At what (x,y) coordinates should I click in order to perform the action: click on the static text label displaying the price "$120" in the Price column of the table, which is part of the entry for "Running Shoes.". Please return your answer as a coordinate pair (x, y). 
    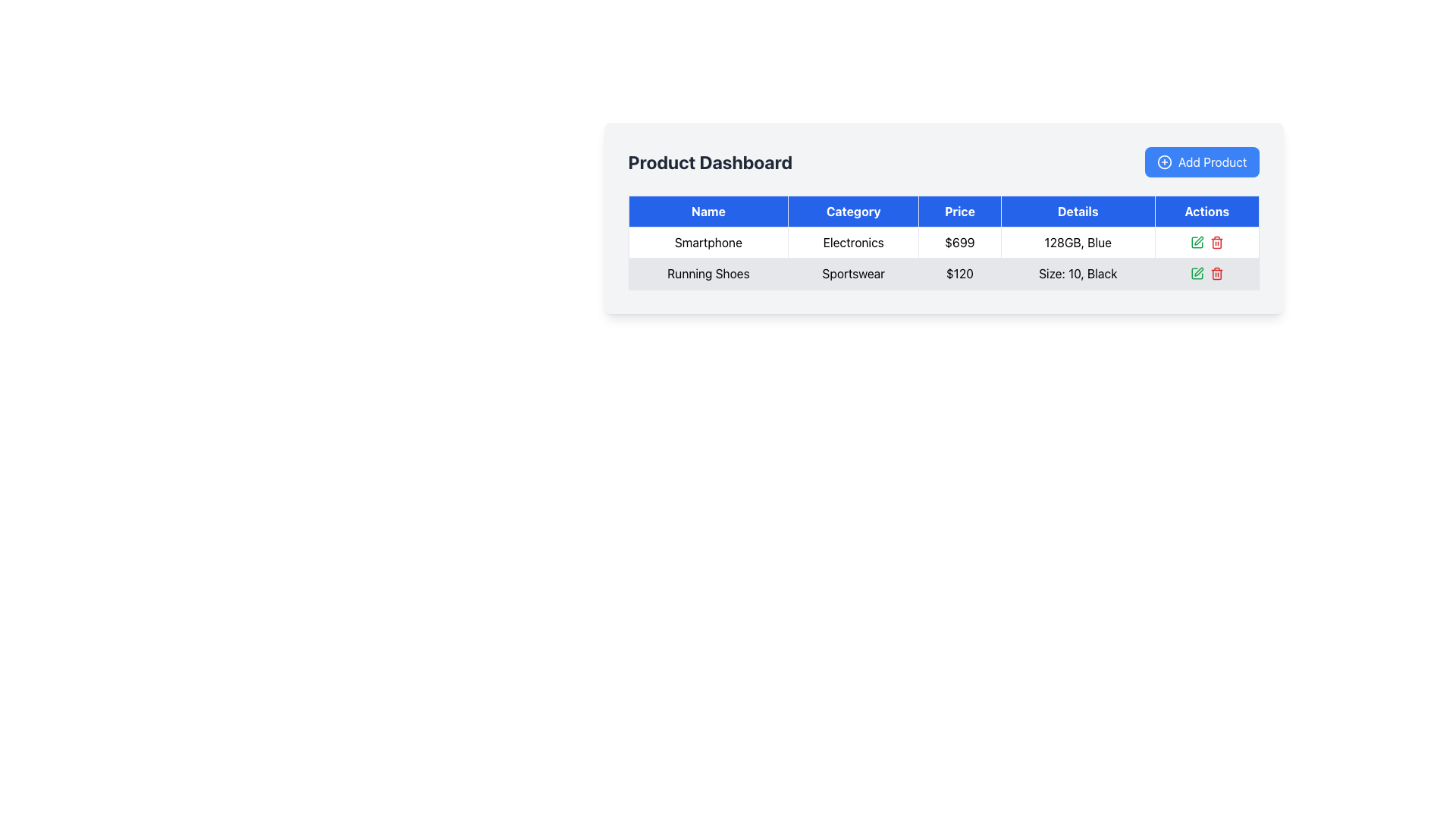
    Looking at the image, I should click on (959, 274).